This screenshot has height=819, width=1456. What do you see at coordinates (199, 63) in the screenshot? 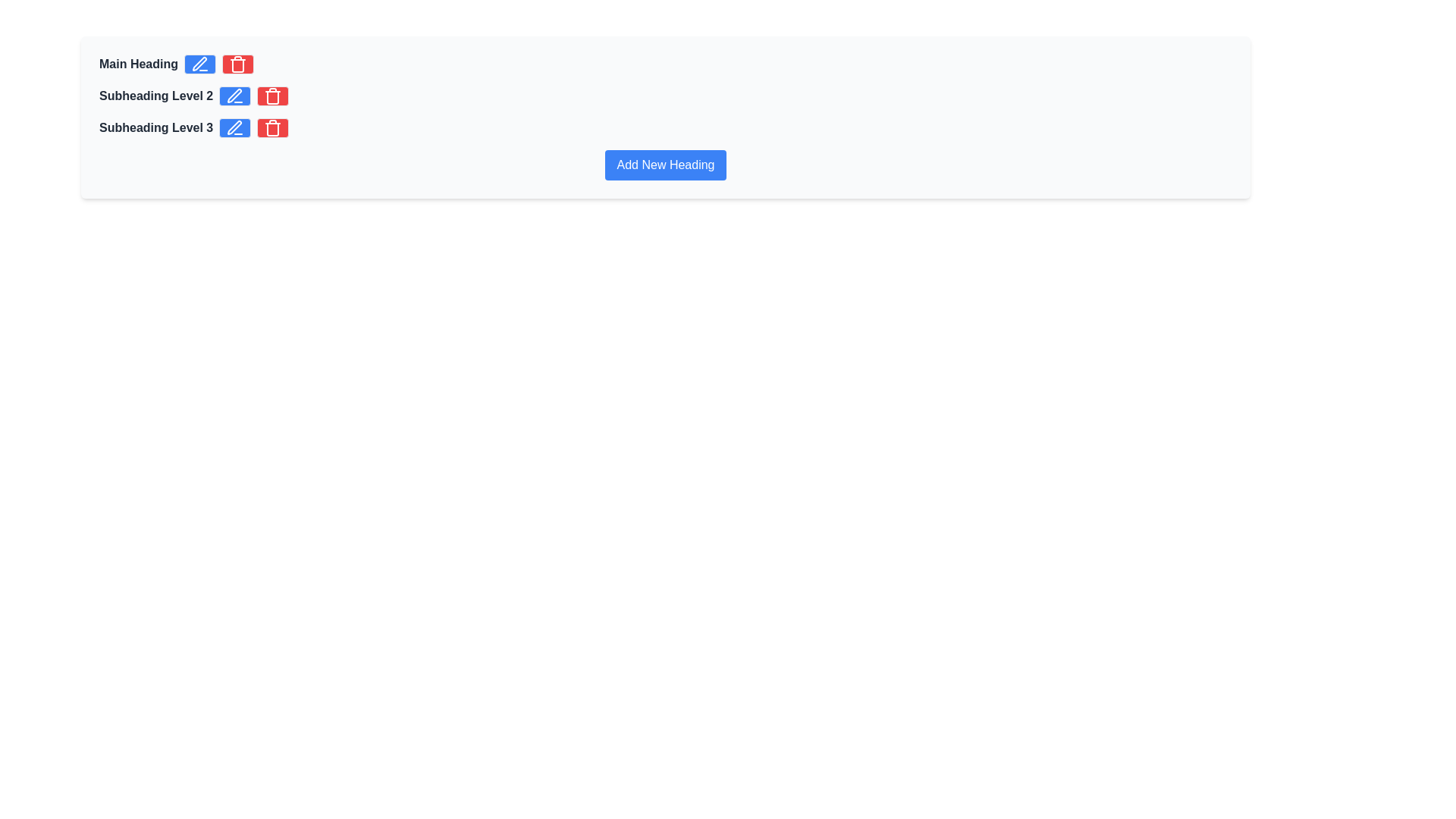
I see `the edit button for the 'Main Heading'` at bounding box center [199, 63].